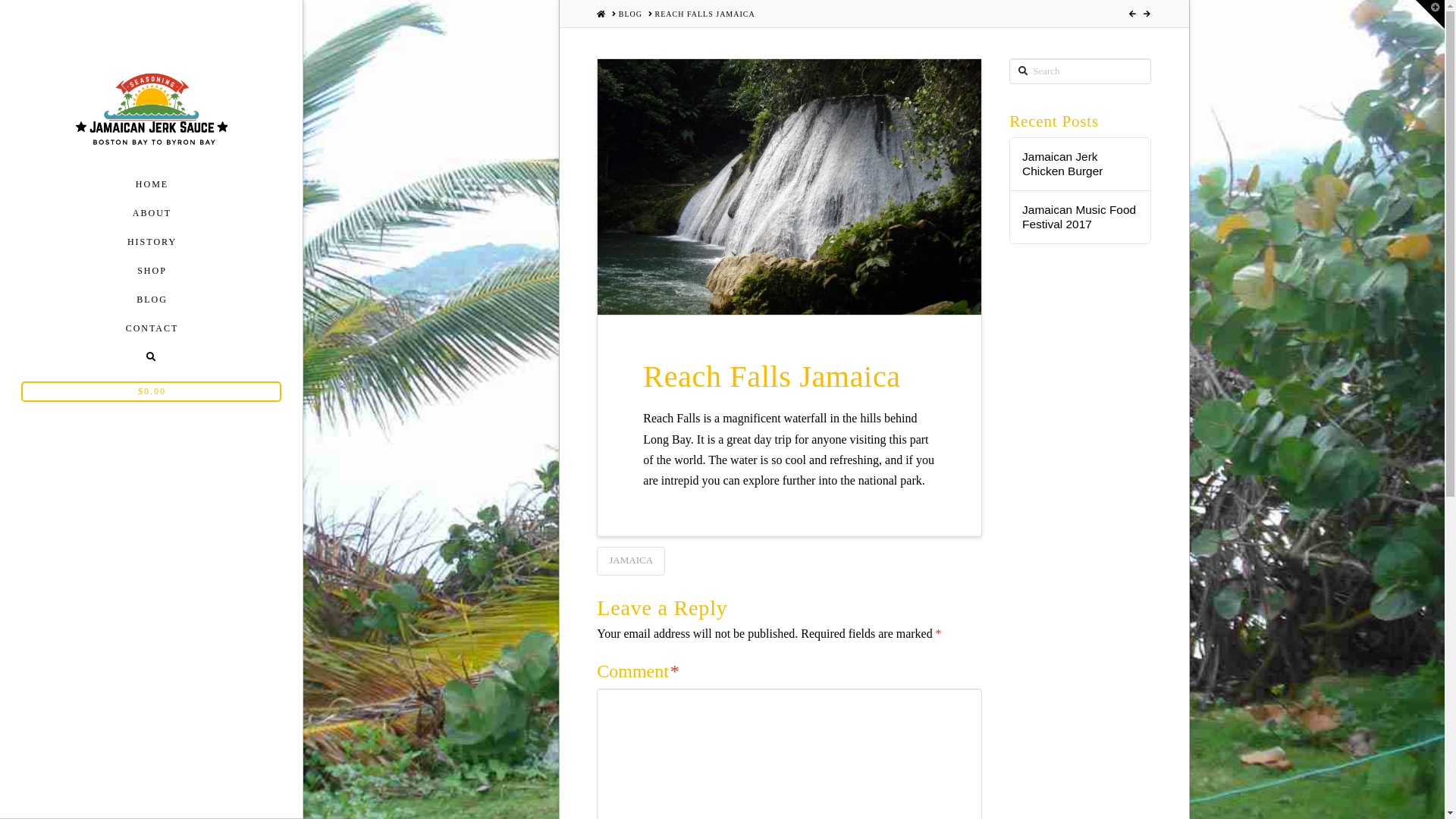  I want to click on 'SHOP', so click(151, 270).